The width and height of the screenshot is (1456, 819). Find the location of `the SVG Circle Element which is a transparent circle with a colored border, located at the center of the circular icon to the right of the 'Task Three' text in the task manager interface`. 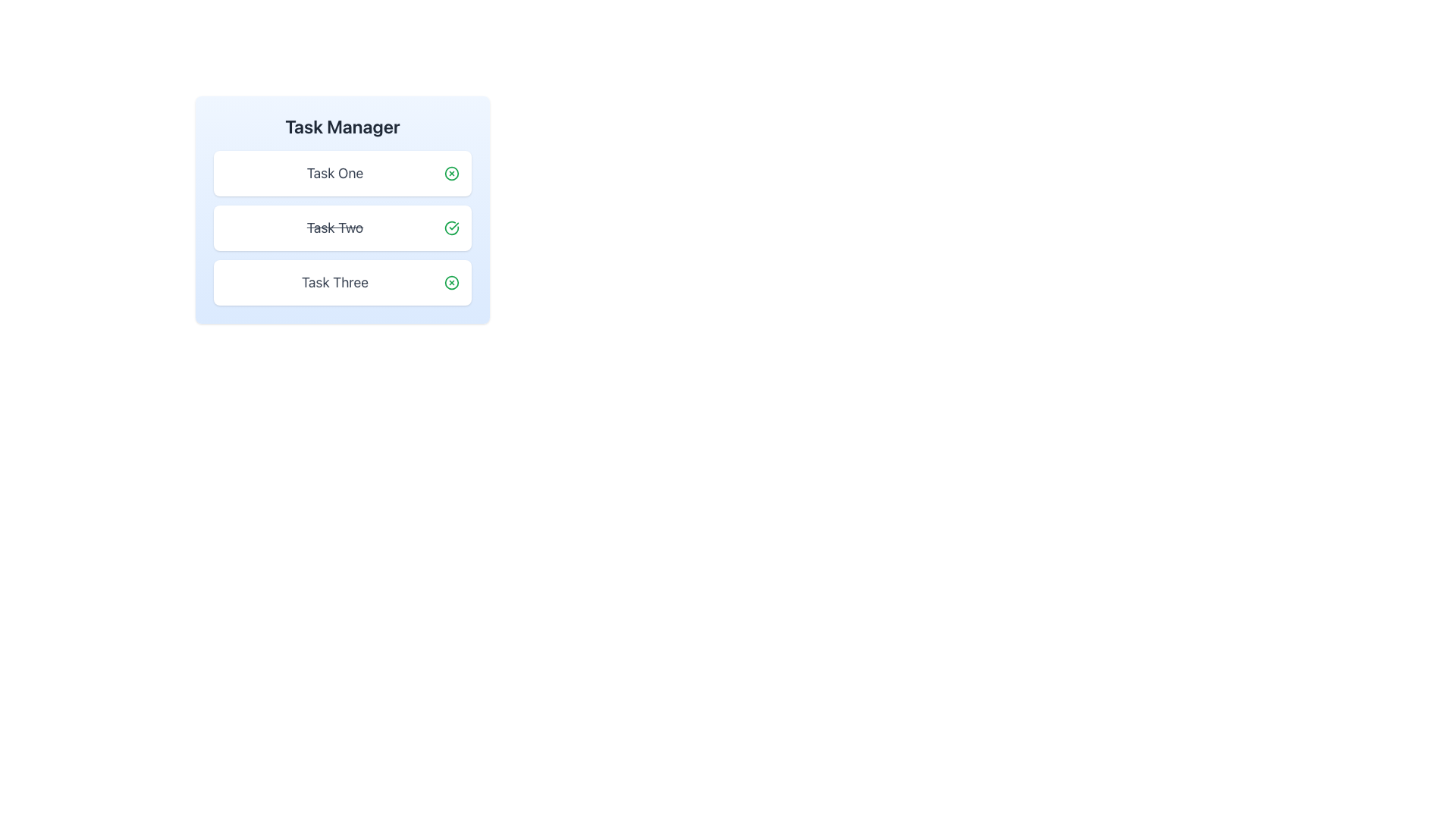

the SVG Circle Element which is a transparent circle with a colored border, located at the center of the circular icon to the right of the 'Task Three' text in the task manager interface is located at coordinates (450, 283).